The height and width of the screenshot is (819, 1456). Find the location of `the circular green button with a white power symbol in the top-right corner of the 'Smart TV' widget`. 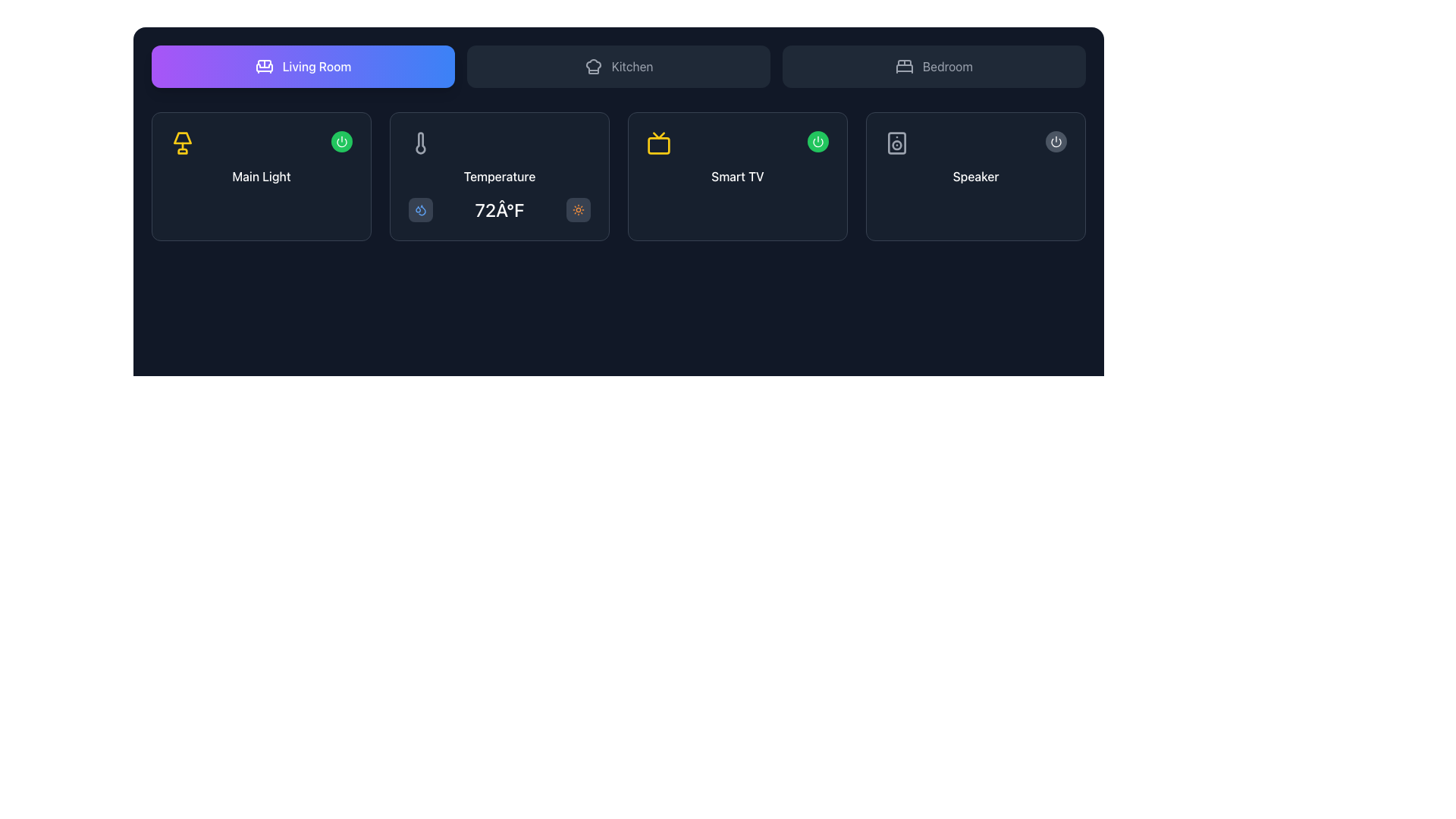

the circular green button with a white power symbol in the top-right corner of the 'Smart TV' widget is located at coordinates (817, 141).